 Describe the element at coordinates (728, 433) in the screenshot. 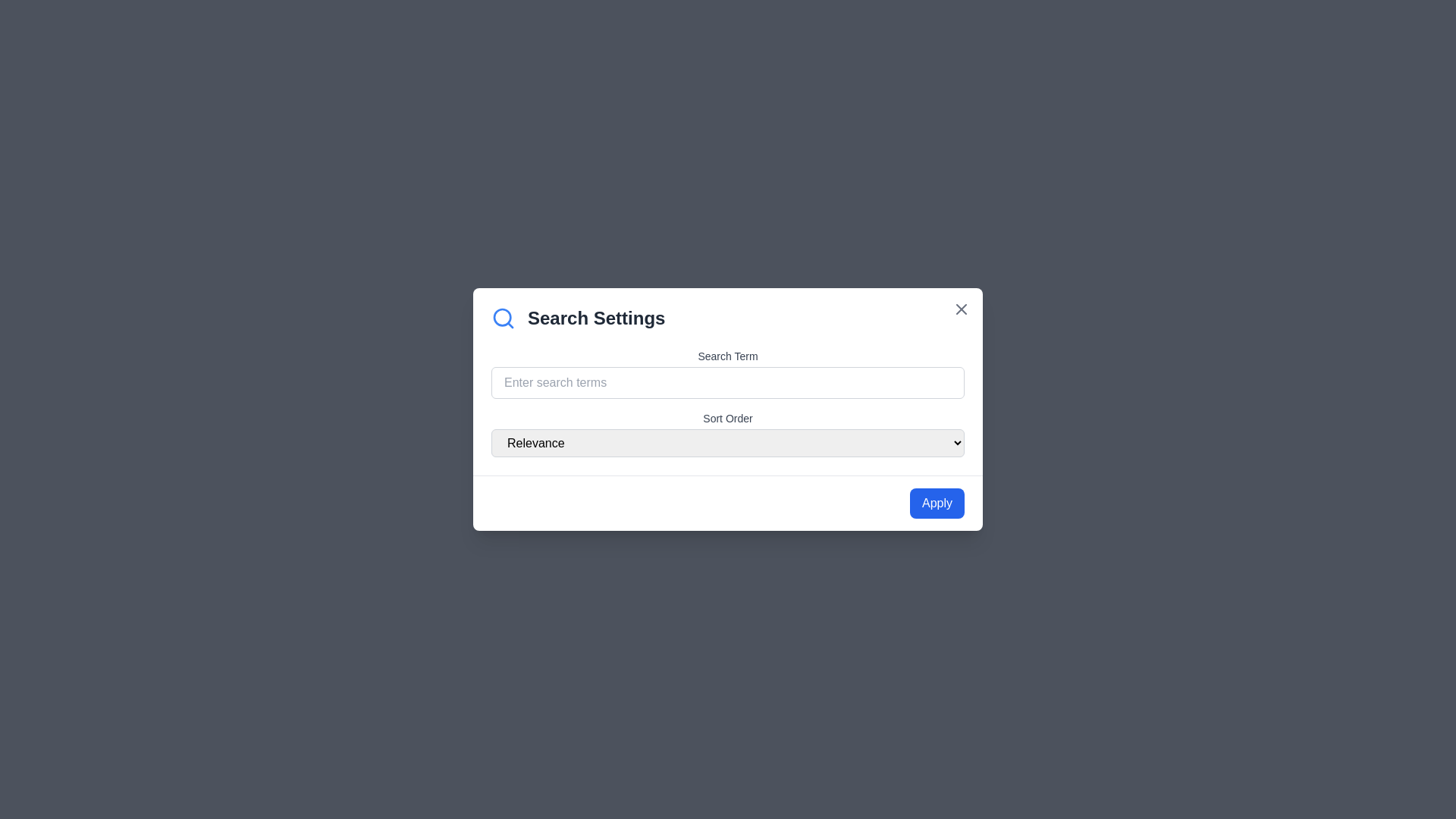

I see `the 'Sort Order' dropdown menu located within the 'Search Settings' modal` at that location.